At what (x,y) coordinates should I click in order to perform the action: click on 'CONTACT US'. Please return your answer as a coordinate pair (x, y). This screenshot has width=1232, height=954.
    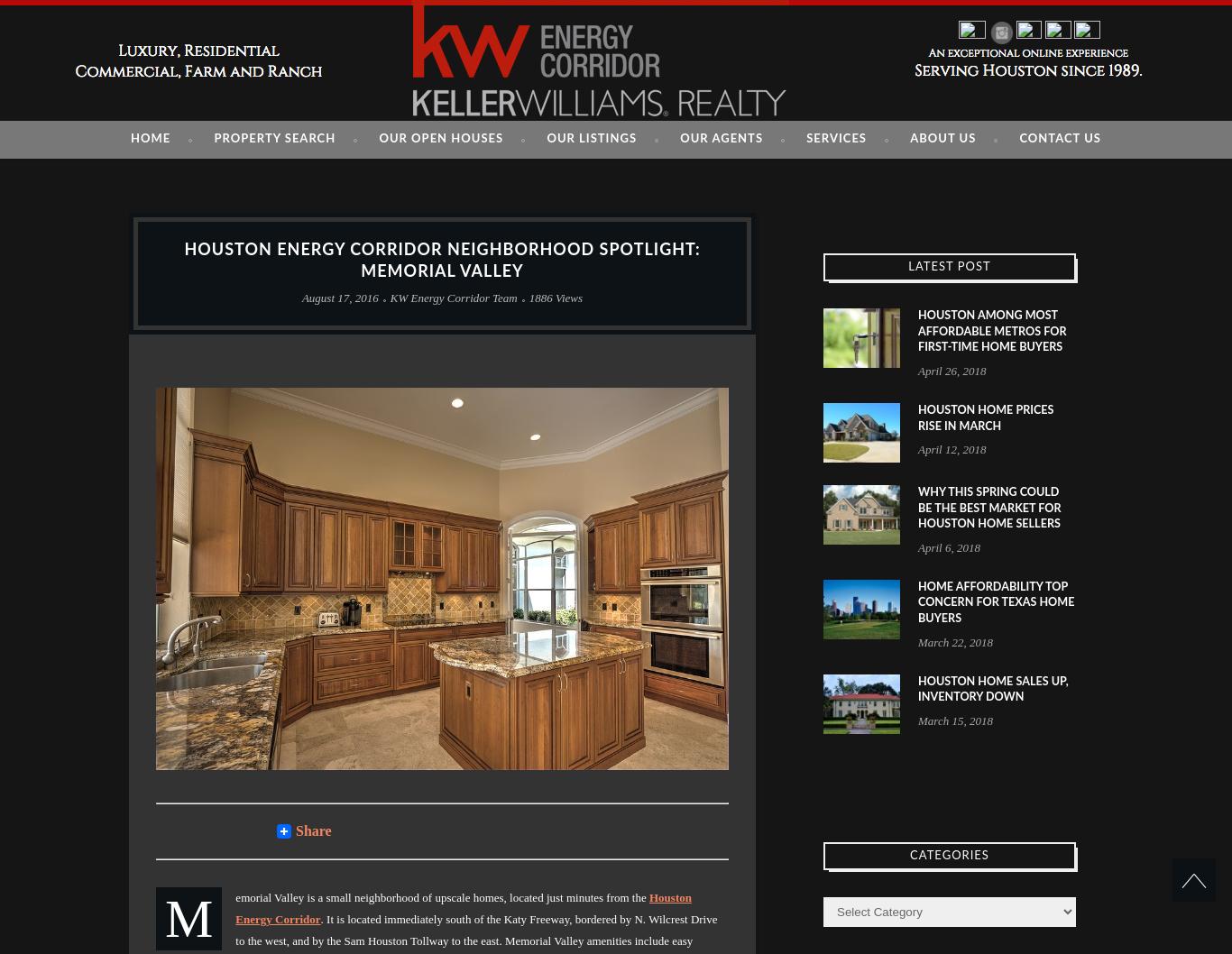
    Looking at the image, I should click on (1017, 138).